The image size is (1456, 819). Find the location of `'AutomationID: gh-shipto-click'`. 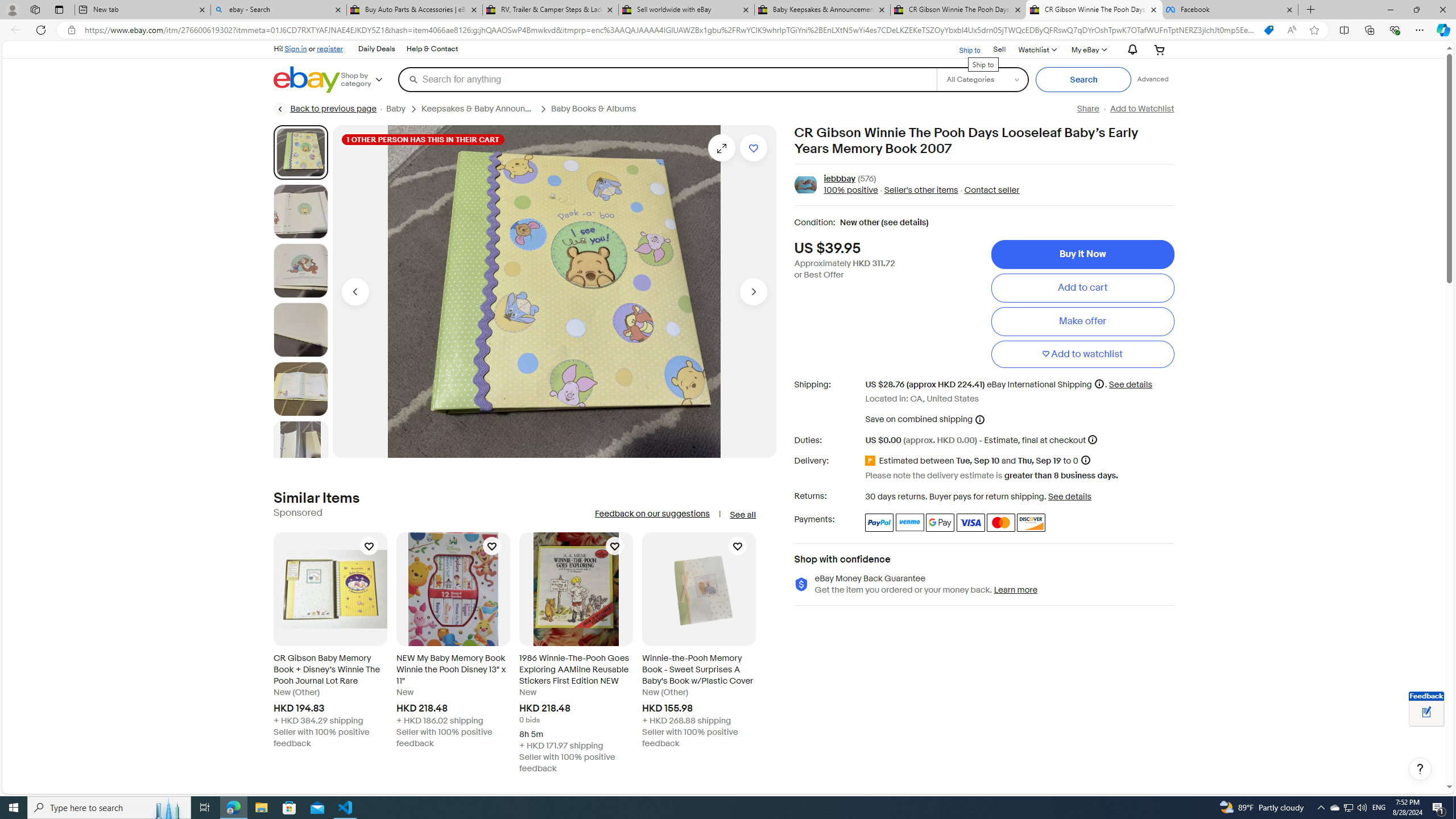

'AutomationID: gh-shipto-click' is located at coordinates (962, 48).